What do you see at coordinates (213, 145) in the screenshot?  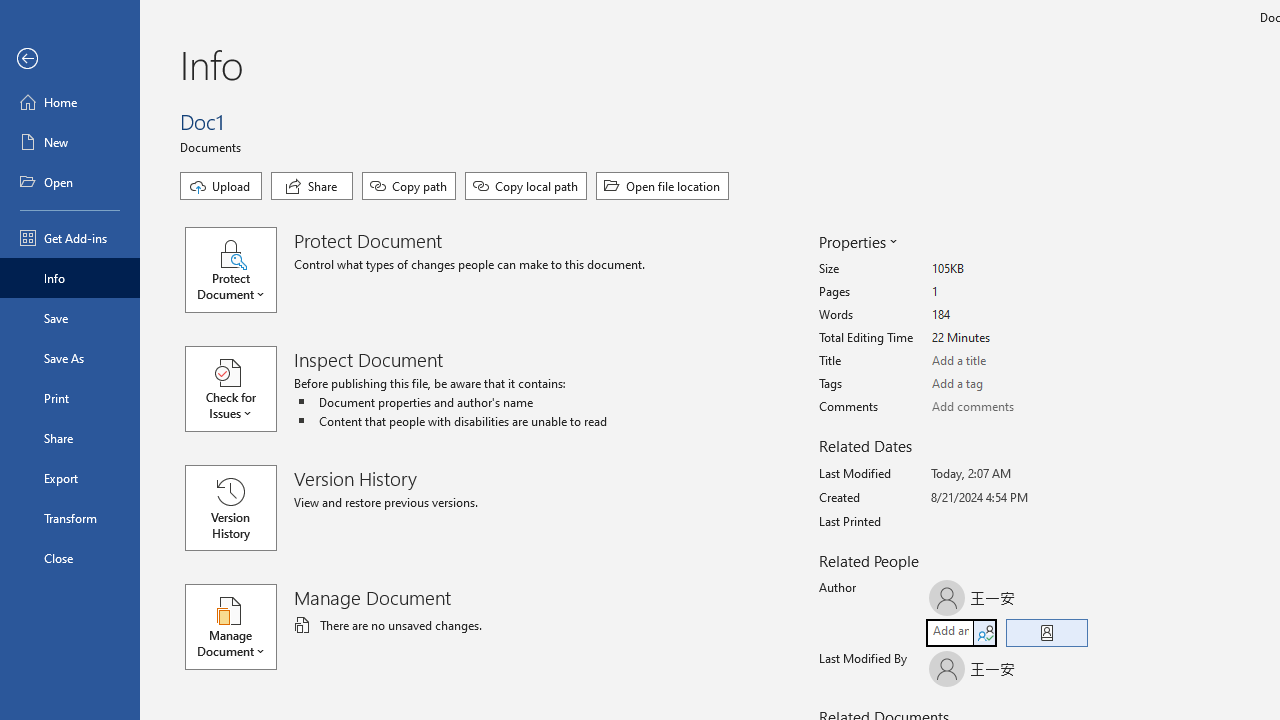 I see `'Documents'` at bounding box center [213, 145].